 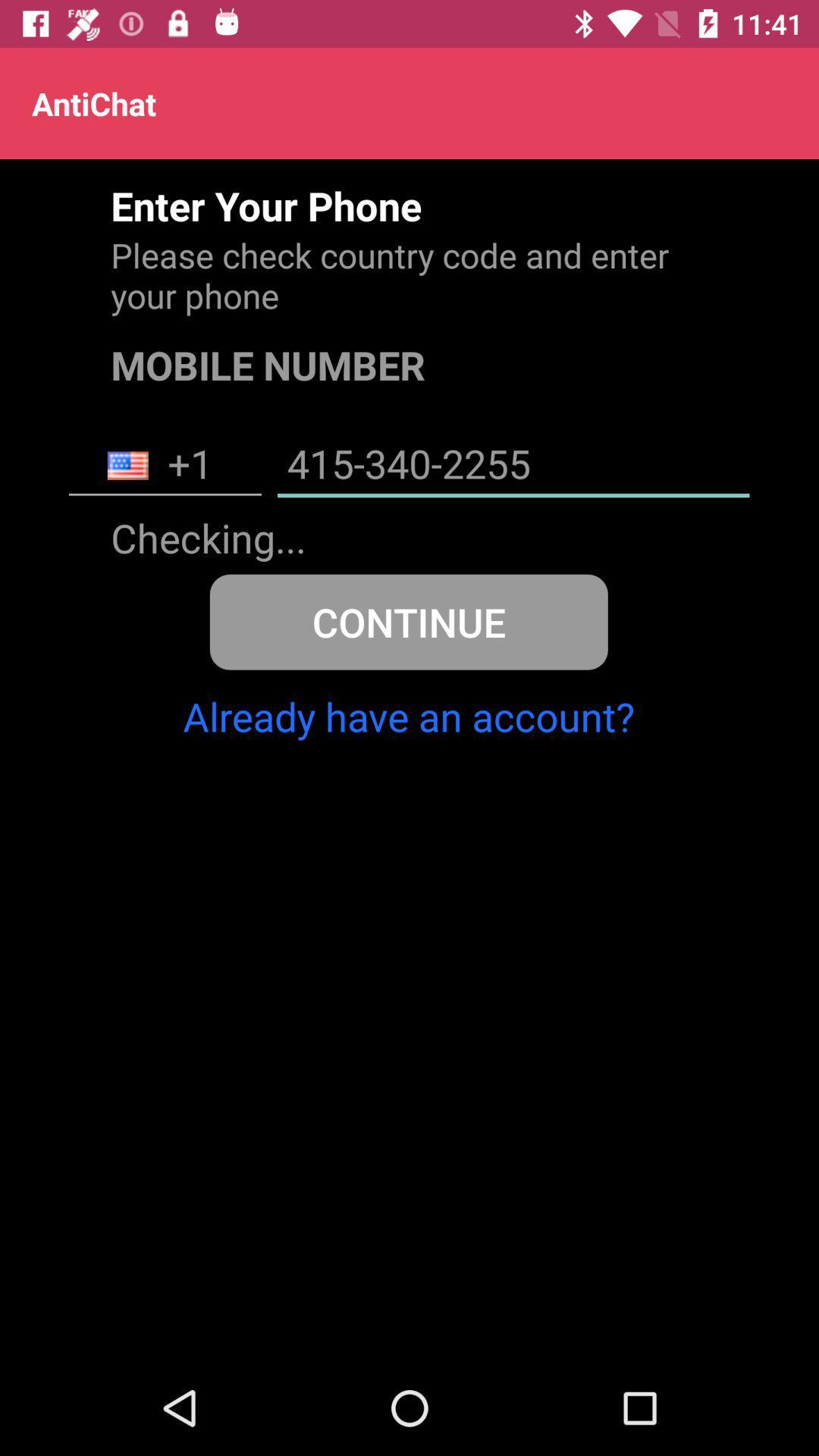 I want to click on the item below mobile number, so click(x=165, y=465).